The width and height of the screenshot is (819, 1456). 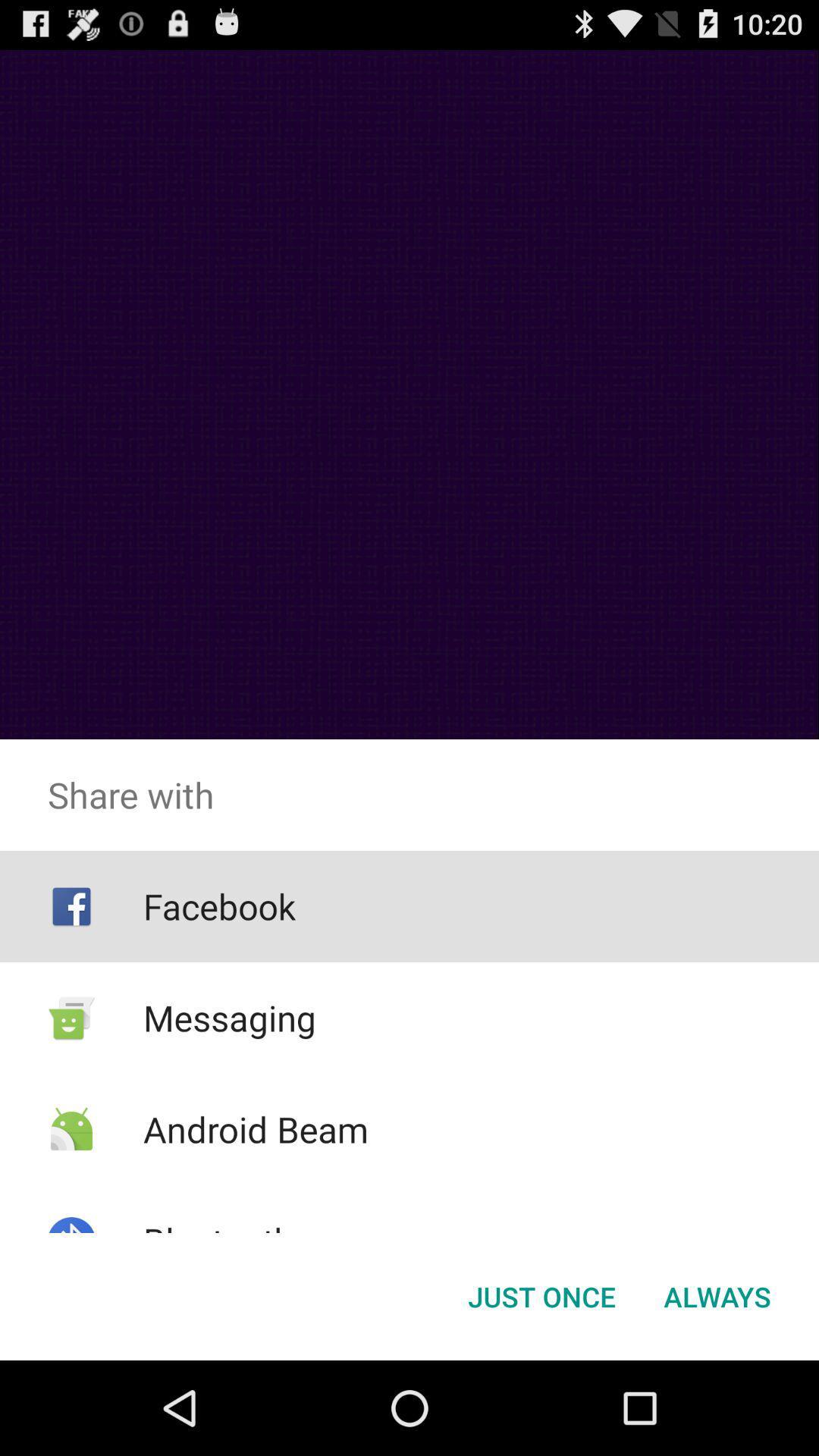 What do you see at coordinates (219, 906) in the screenshot?
I see `the facebook app` at bounding box center [219, 906].